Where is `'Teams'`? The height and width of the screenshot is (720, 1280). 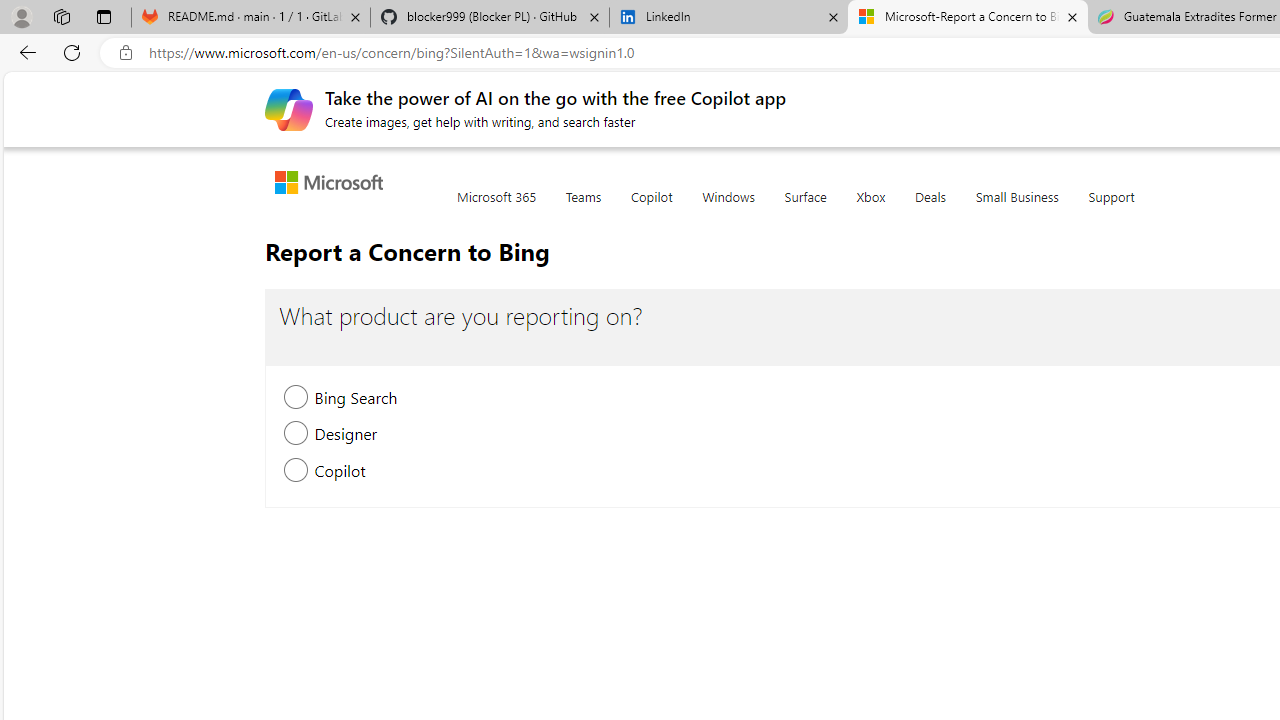
'Teams' is located at coordinates (582, 209).